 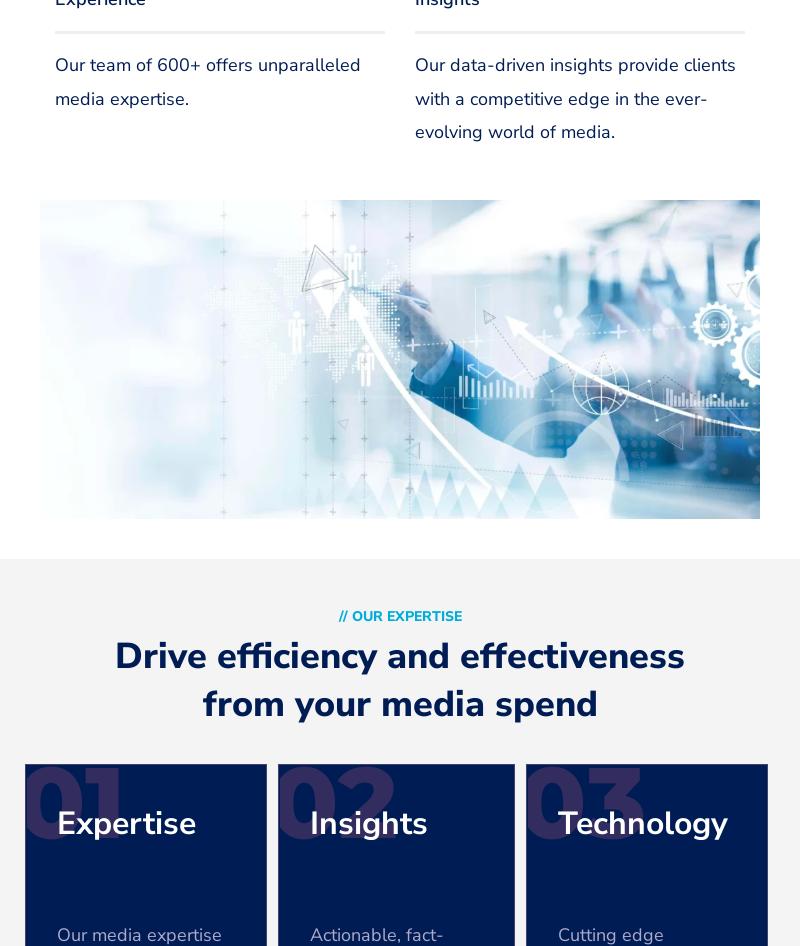 What do you see at coordinates (367, 823) in the screenshot?
I see `'Insights'` at bounding box center [367, 823].